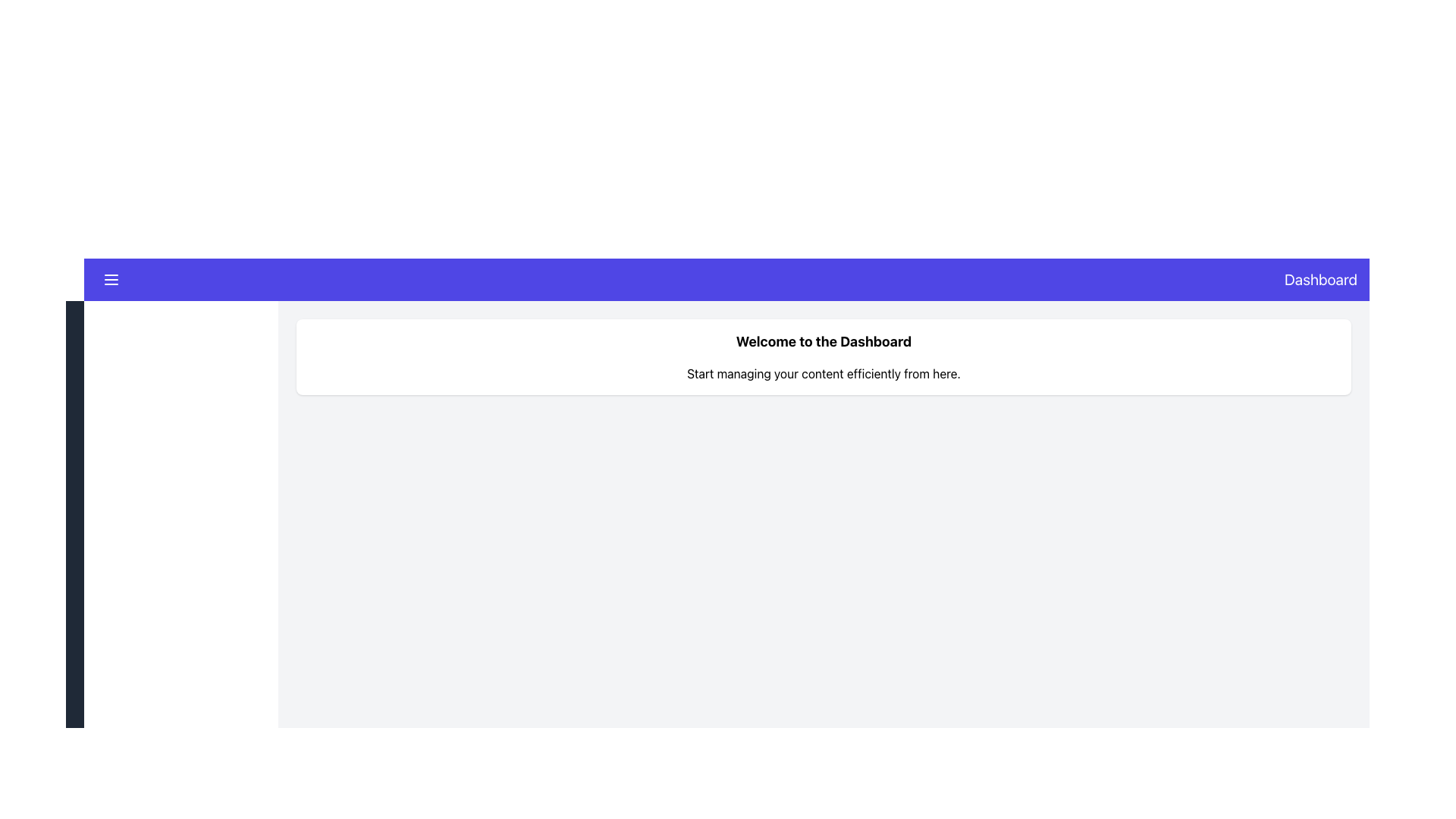 Image resolution: width=1456 pixels, height=819 pixels. What do you see at coordinates (1320, 280) in the screenshot?
I see `text label displaying 'Dashboard' in white on a purple background, located at the top right corner of the interface` at bounding box center [1320, 280].